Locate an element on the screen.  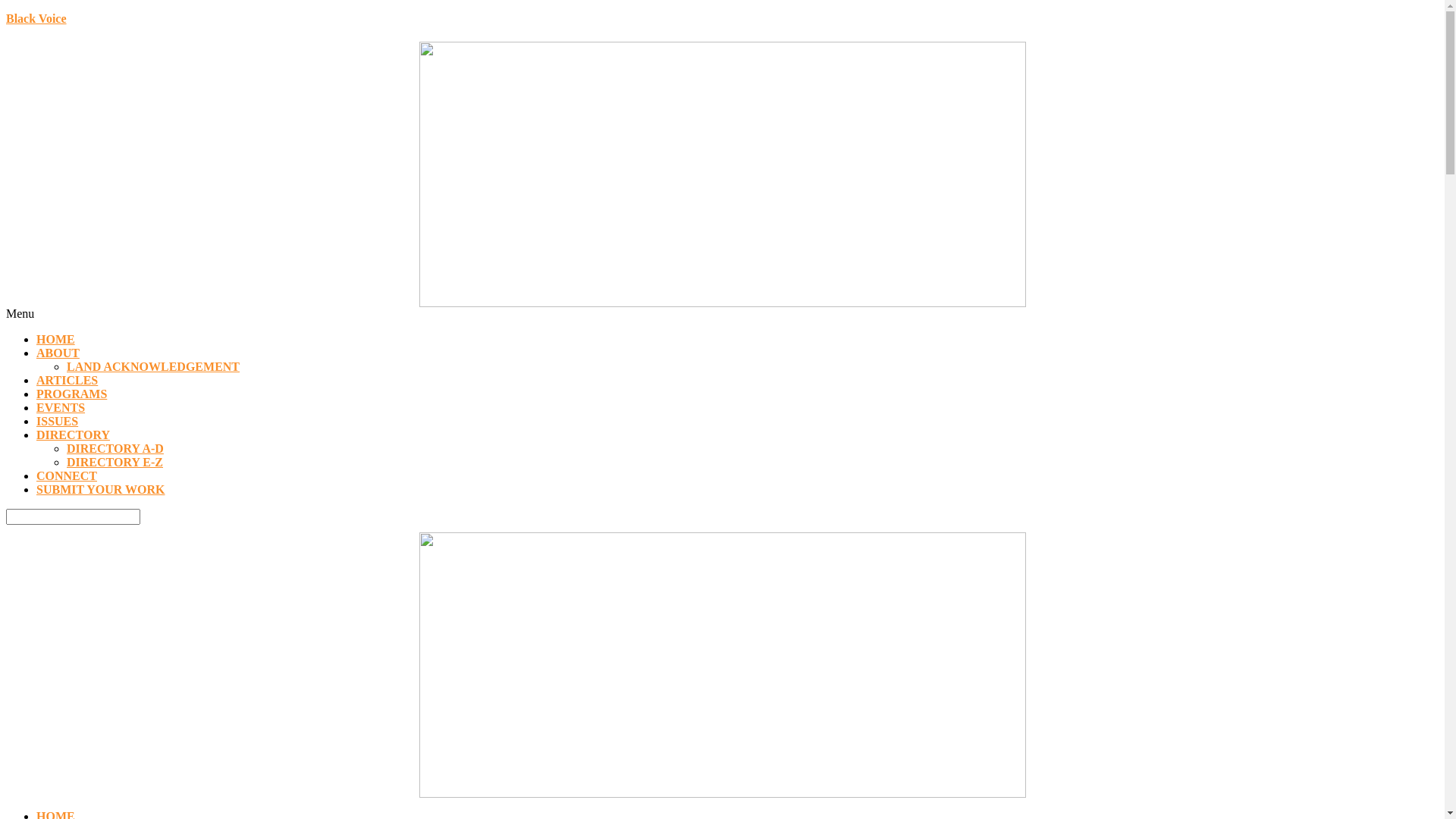
'DIRECTORY A-D' is located at coordinates (115, 447).